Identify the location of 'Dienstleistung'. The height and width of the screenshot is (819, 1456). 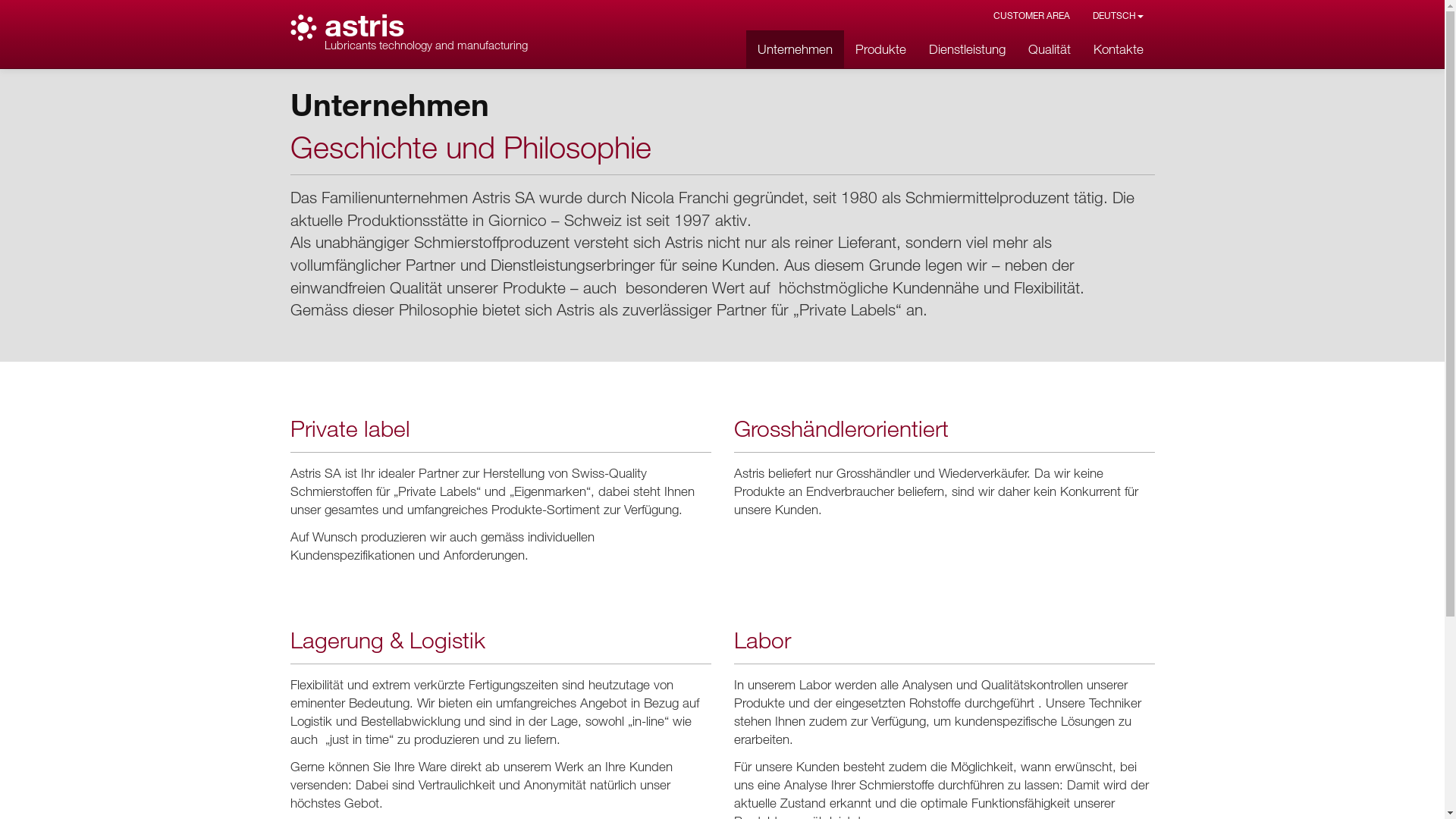
(966, 49).